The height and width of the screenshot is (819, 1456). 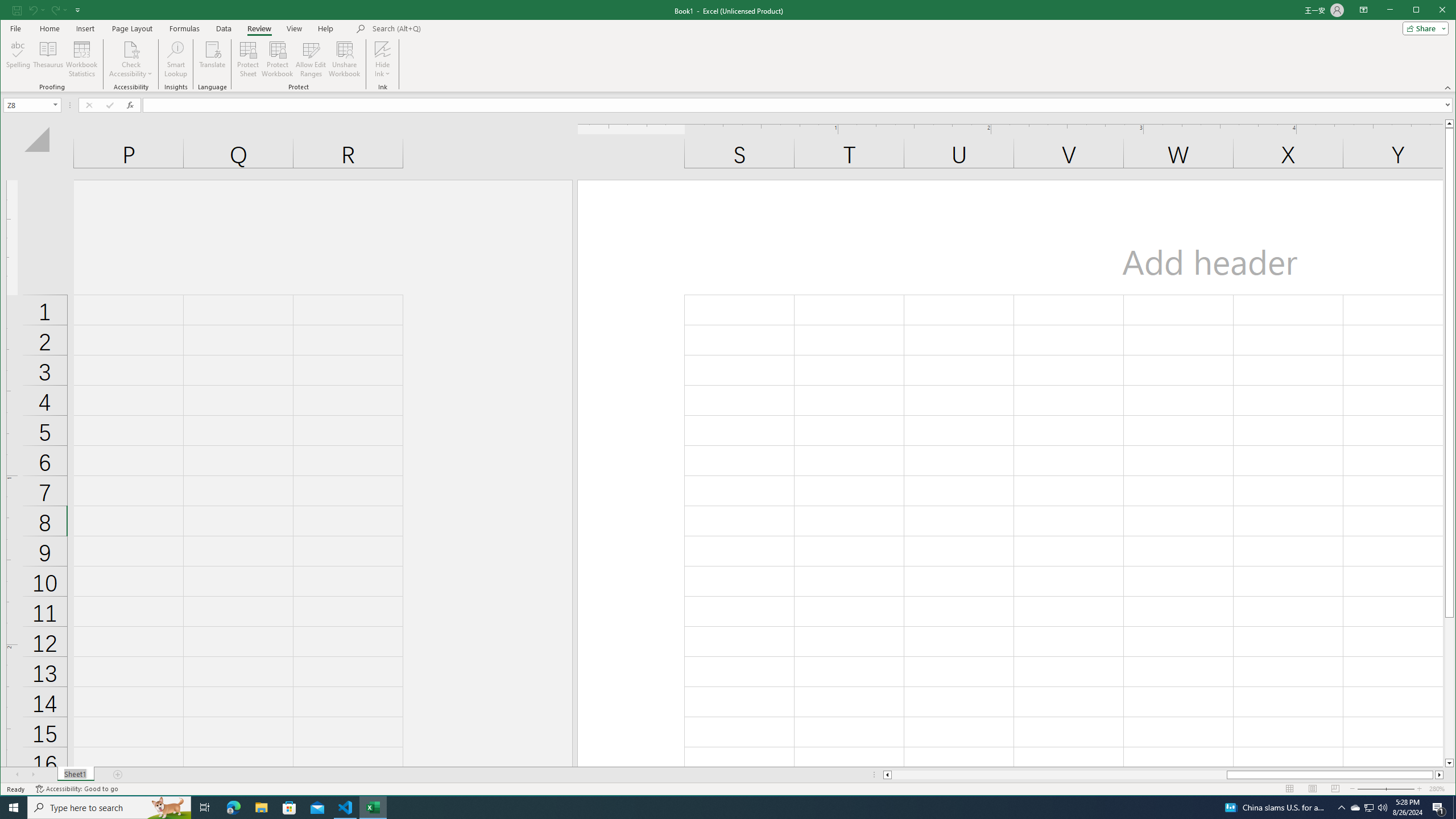 What do you see at coordinates (1433, 11) in the screenshot?
I see `'Maximize'` at bounding box center [1433, 11].